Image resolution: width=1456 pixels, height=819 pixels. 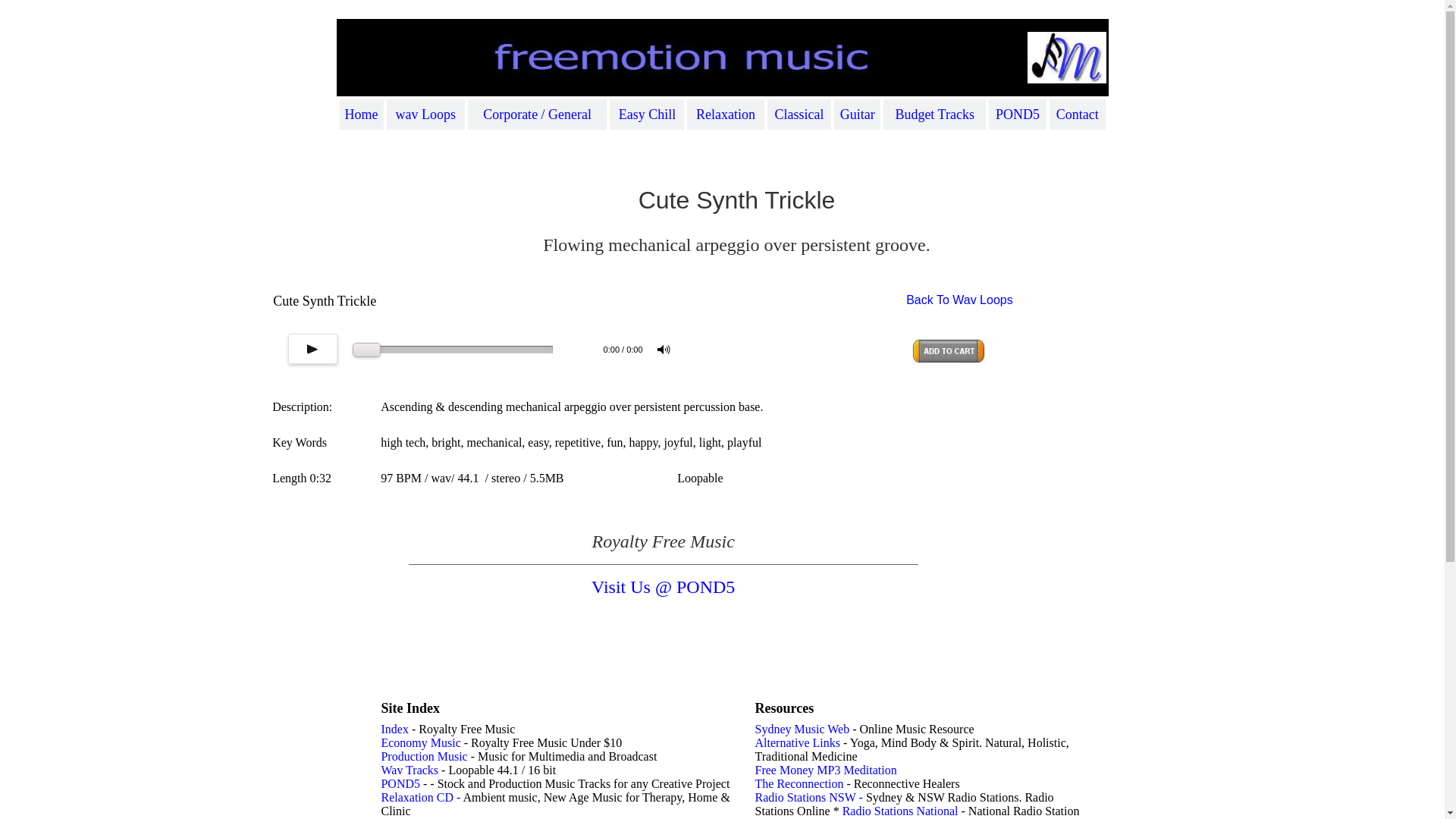 I want to click on 'The Reconnection', so click(x=799, y=783).